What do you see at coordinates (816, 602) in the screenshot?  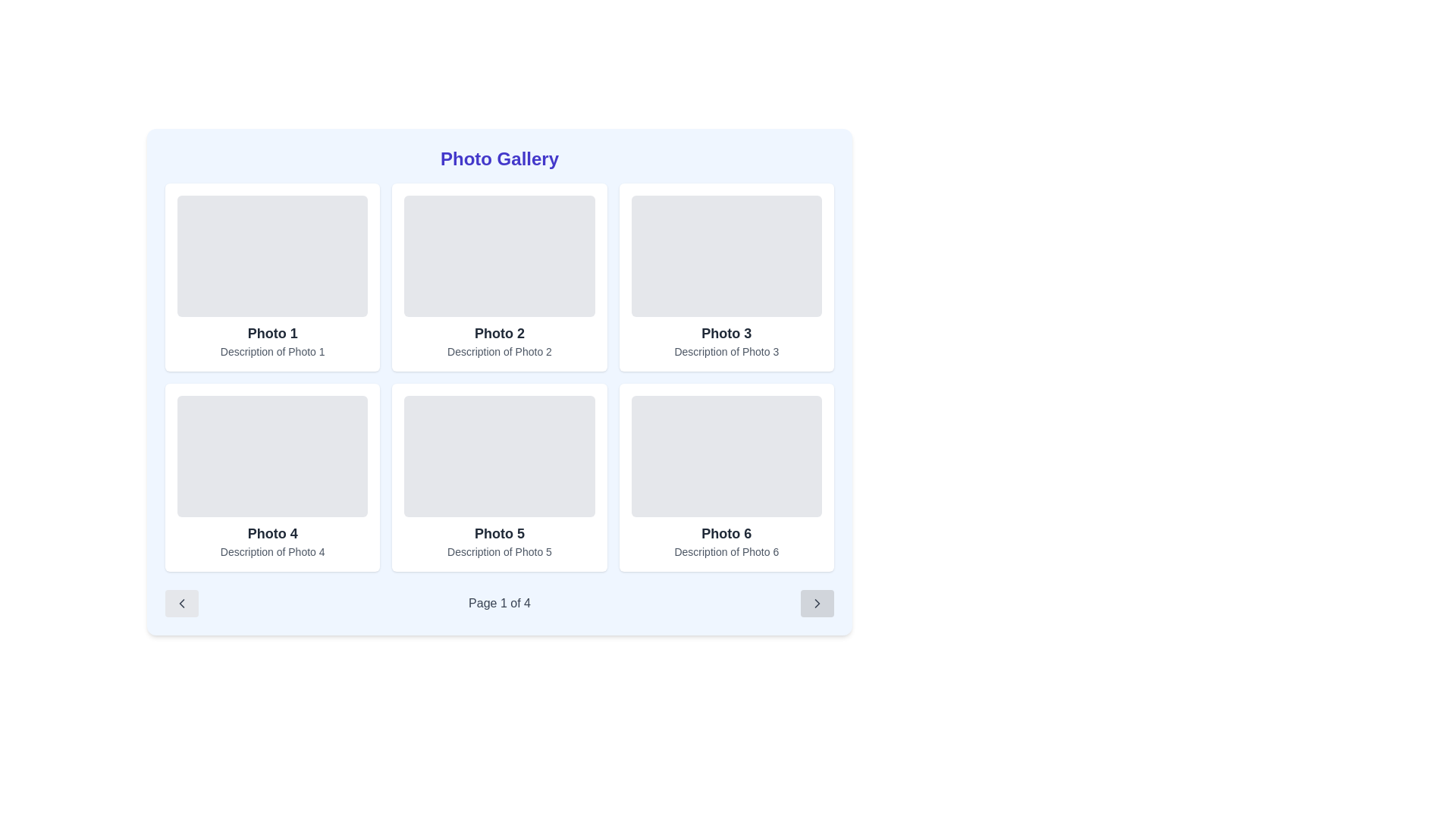 I see `the rightward chevron icon, which is a thin-lined triangular shape pointing to the right, located within the right navigation button at the bottom-right corner of the interface` at bounding box center [816, 602].